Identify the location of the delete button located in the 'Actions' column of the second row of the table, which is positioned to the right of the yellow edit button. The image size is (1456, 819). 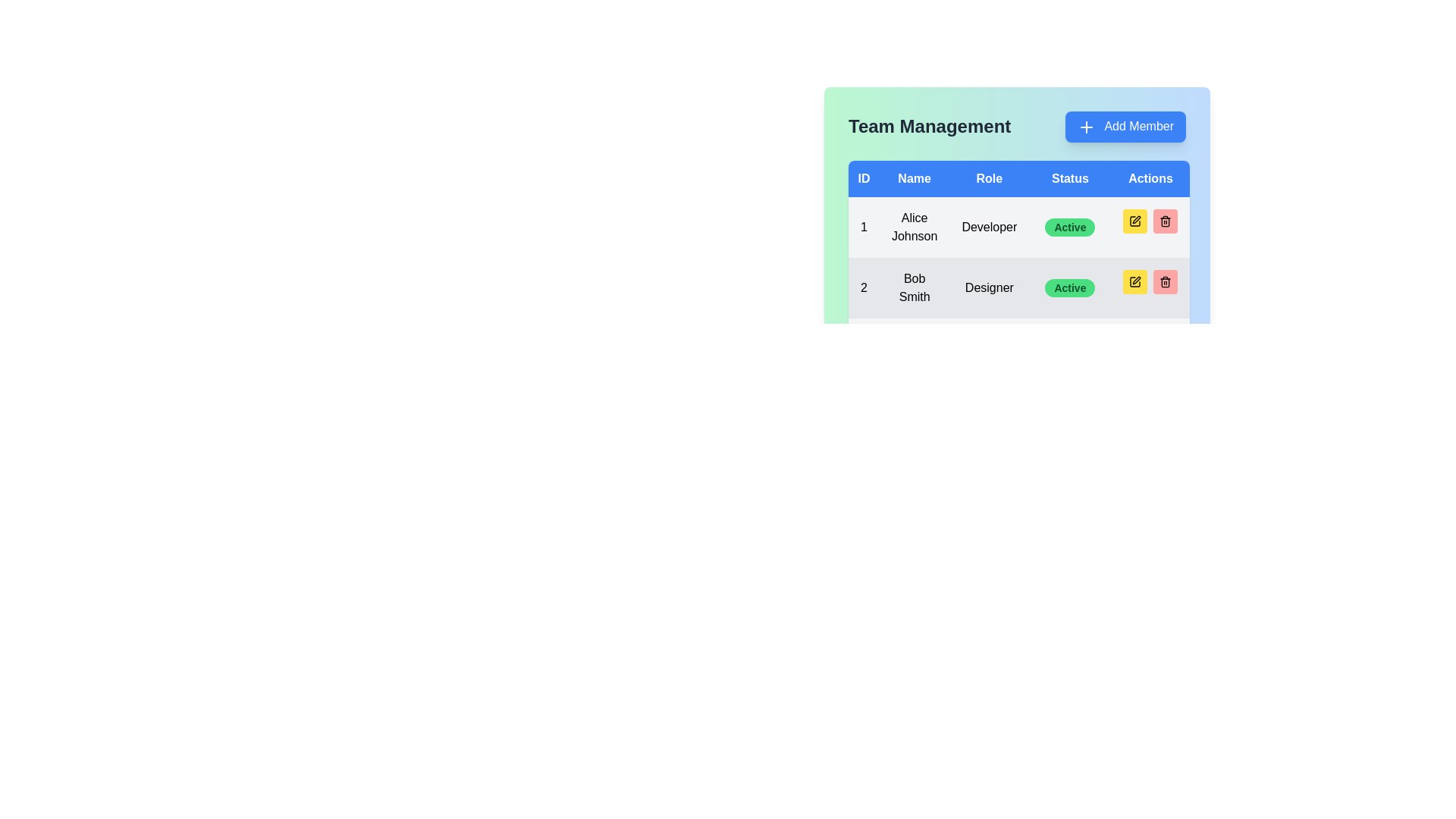
(1165, 221).